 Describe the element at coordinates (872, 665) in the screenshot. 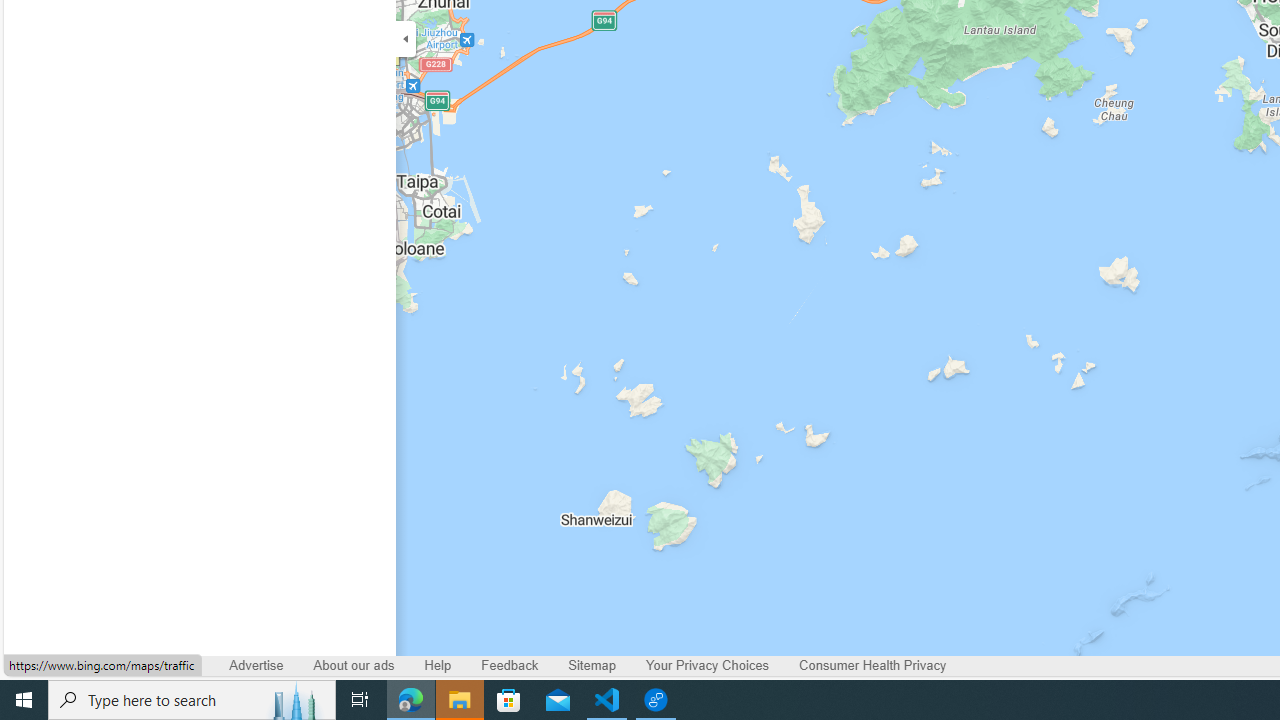

I see `'Consumer Health Privacy'` at that location.